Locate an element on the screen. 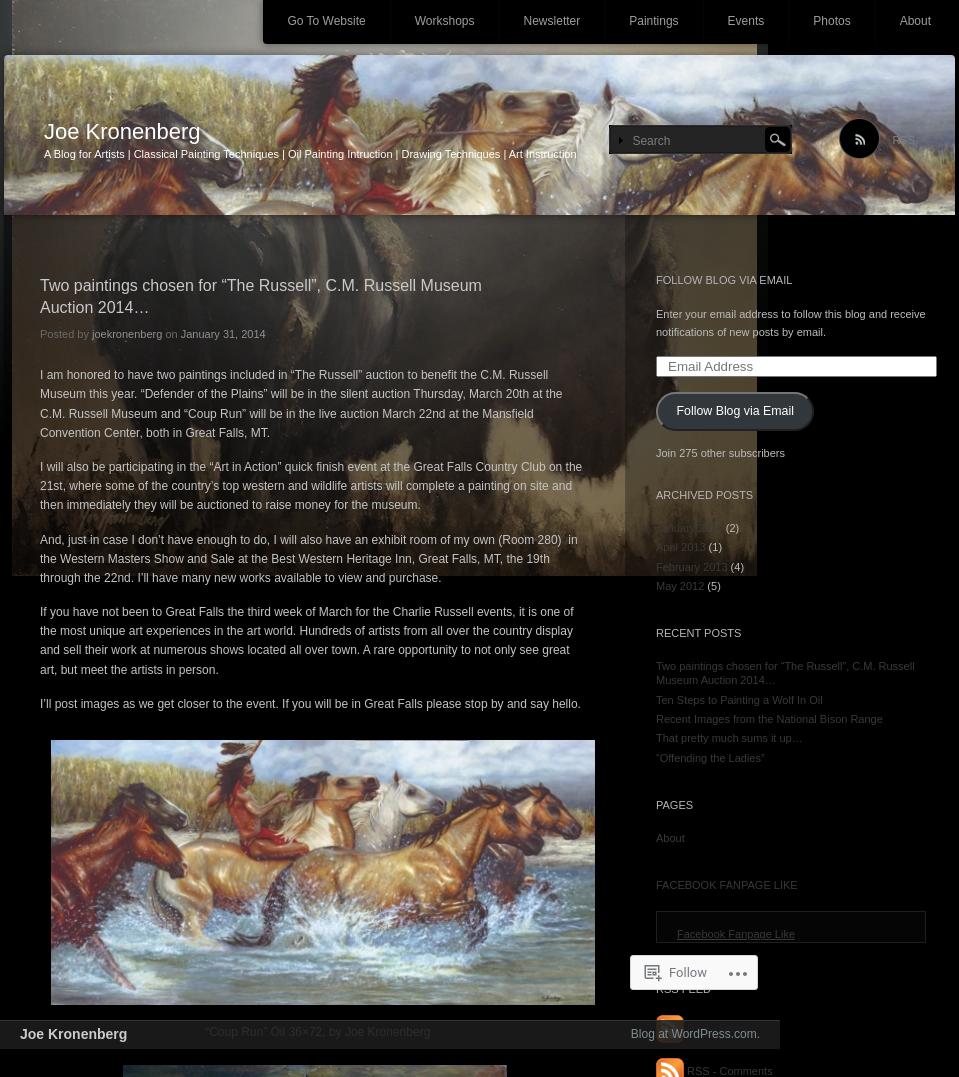 This screenshot has height=1077, width=959. '(1)' is located at coordinates (703, 547).